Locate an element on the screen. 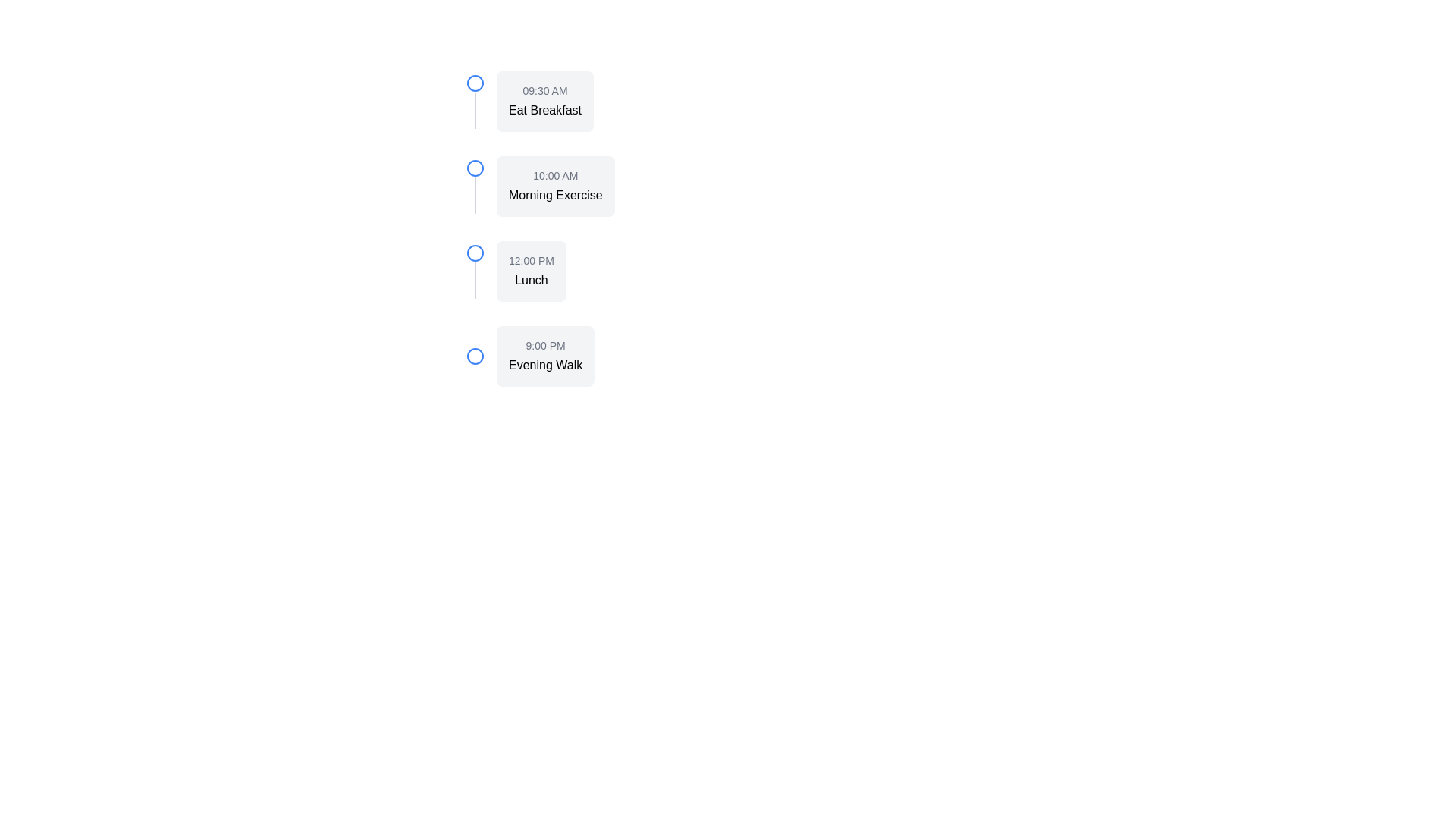  the first listed entry in the vertical timeline that represents an activity, located above 'Morning Exercise', 'Lunch', and 'Evening Walk' is located at coordinates (623, 102).